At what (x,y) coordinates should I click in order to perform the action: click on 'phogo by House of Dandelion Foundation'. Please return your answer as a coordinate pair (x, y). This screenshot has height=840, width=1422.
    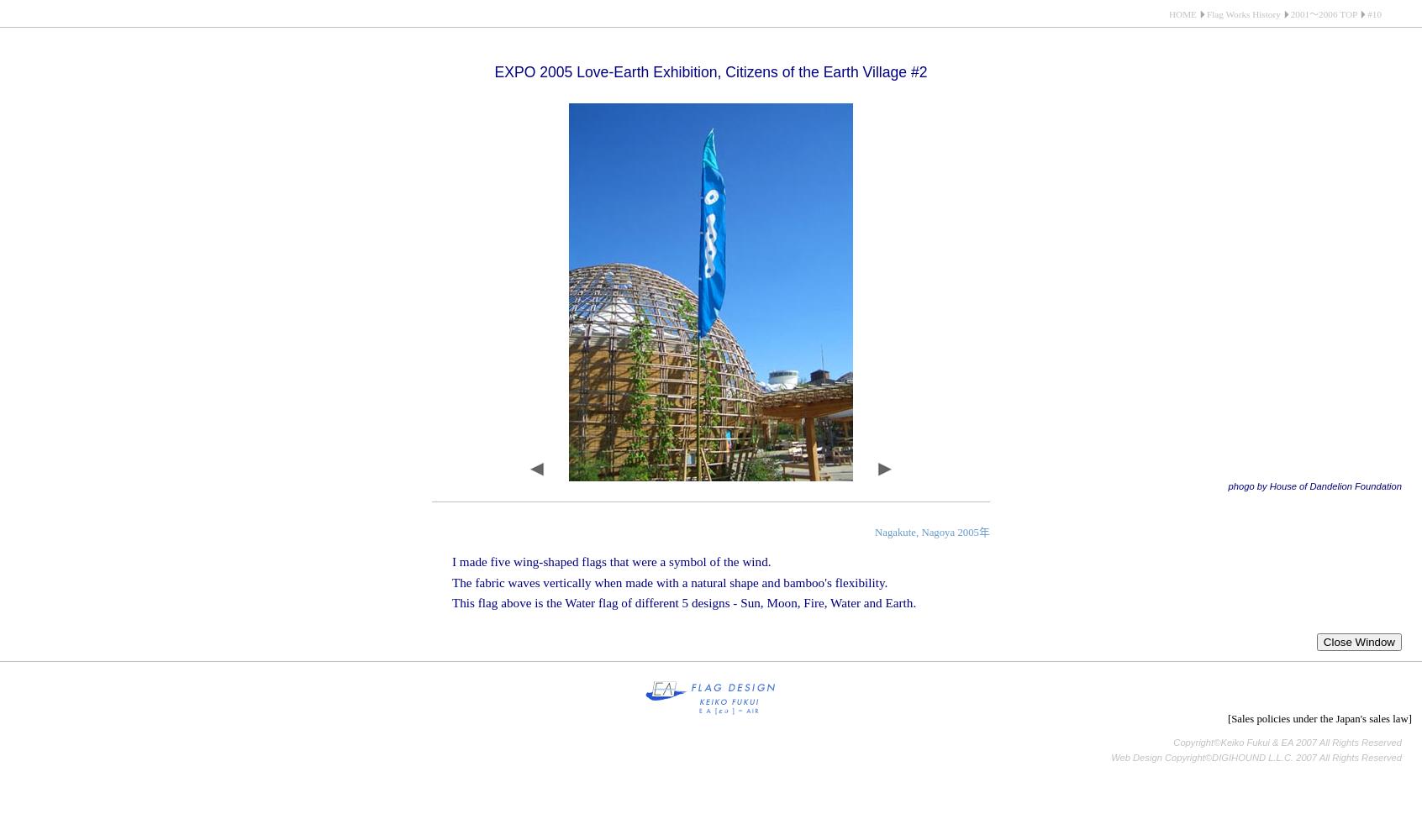
    Looking at the image, I should click on (1314, 486).